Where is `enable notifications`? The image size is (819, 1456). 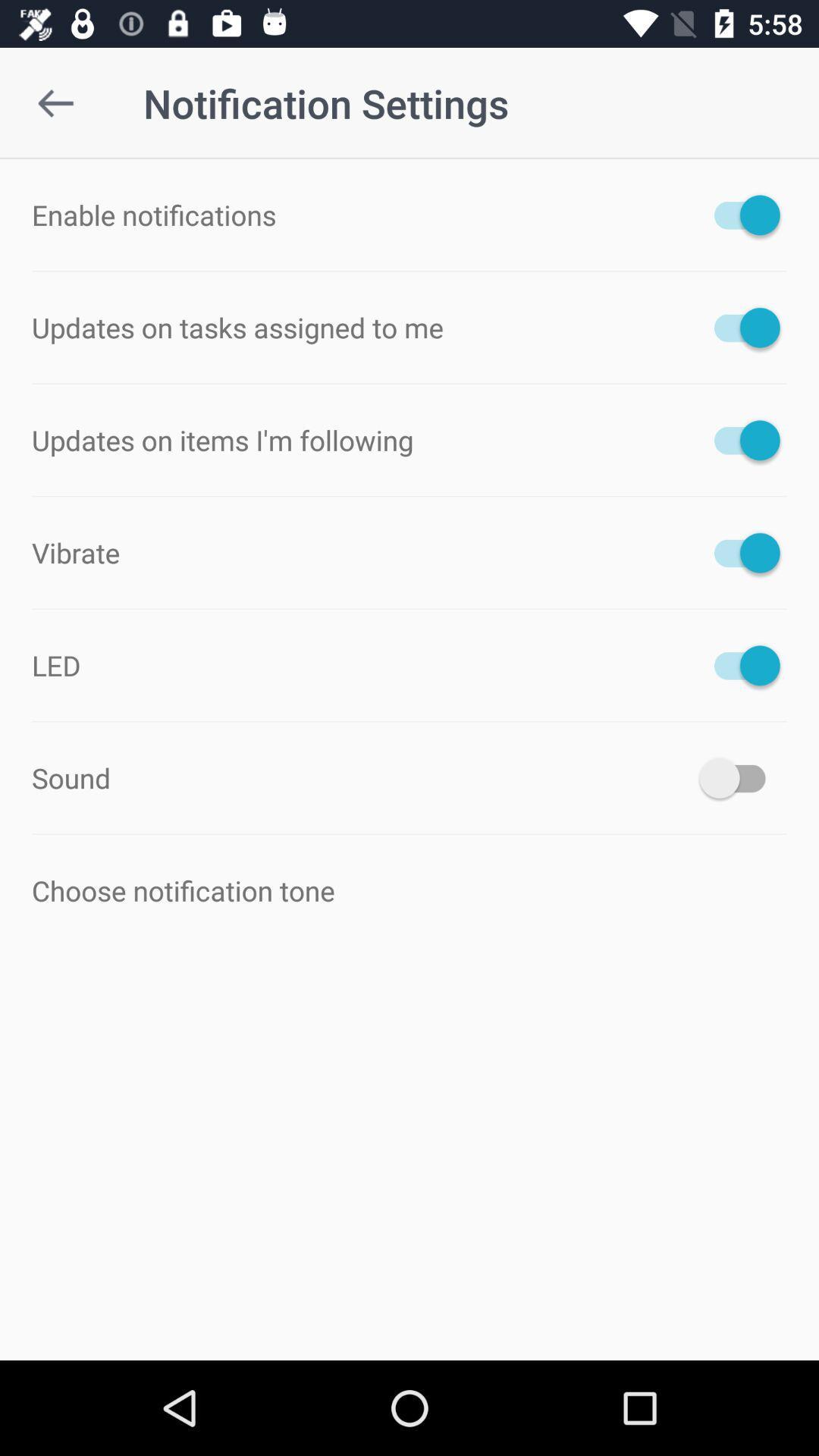
enable notifications is located at coordinates (739, 214).